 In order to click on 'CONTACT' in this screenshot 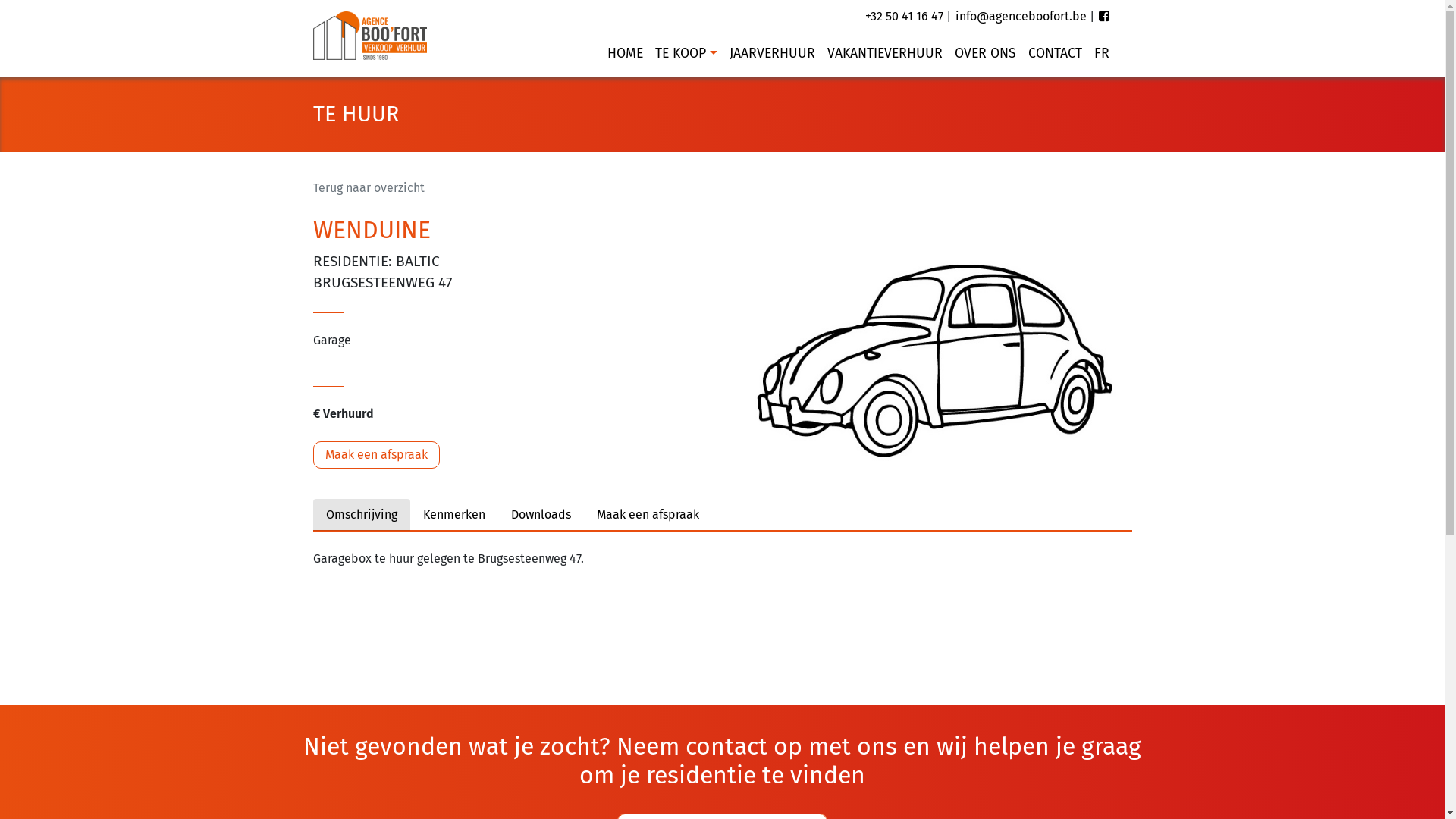, I will do `click(1054, 52)`.